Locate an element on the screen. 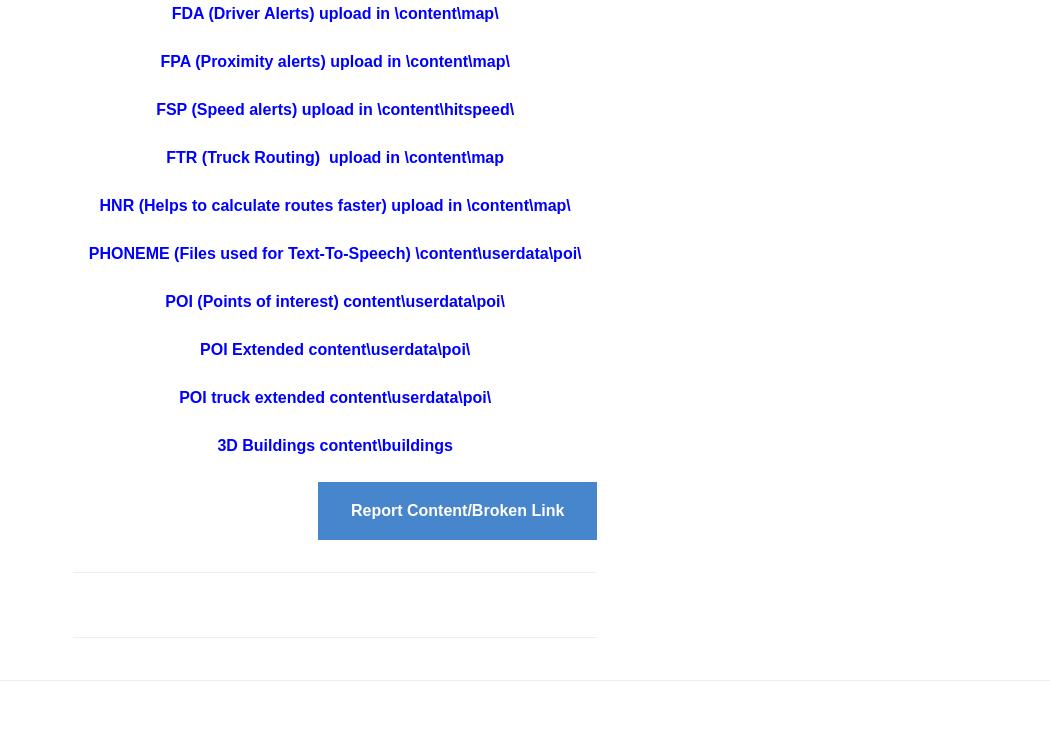 This screenshot has height=730, width=1050. 'FPA (Proximity alerts) upload in \content\map\' is located at coordinates (160, 60).